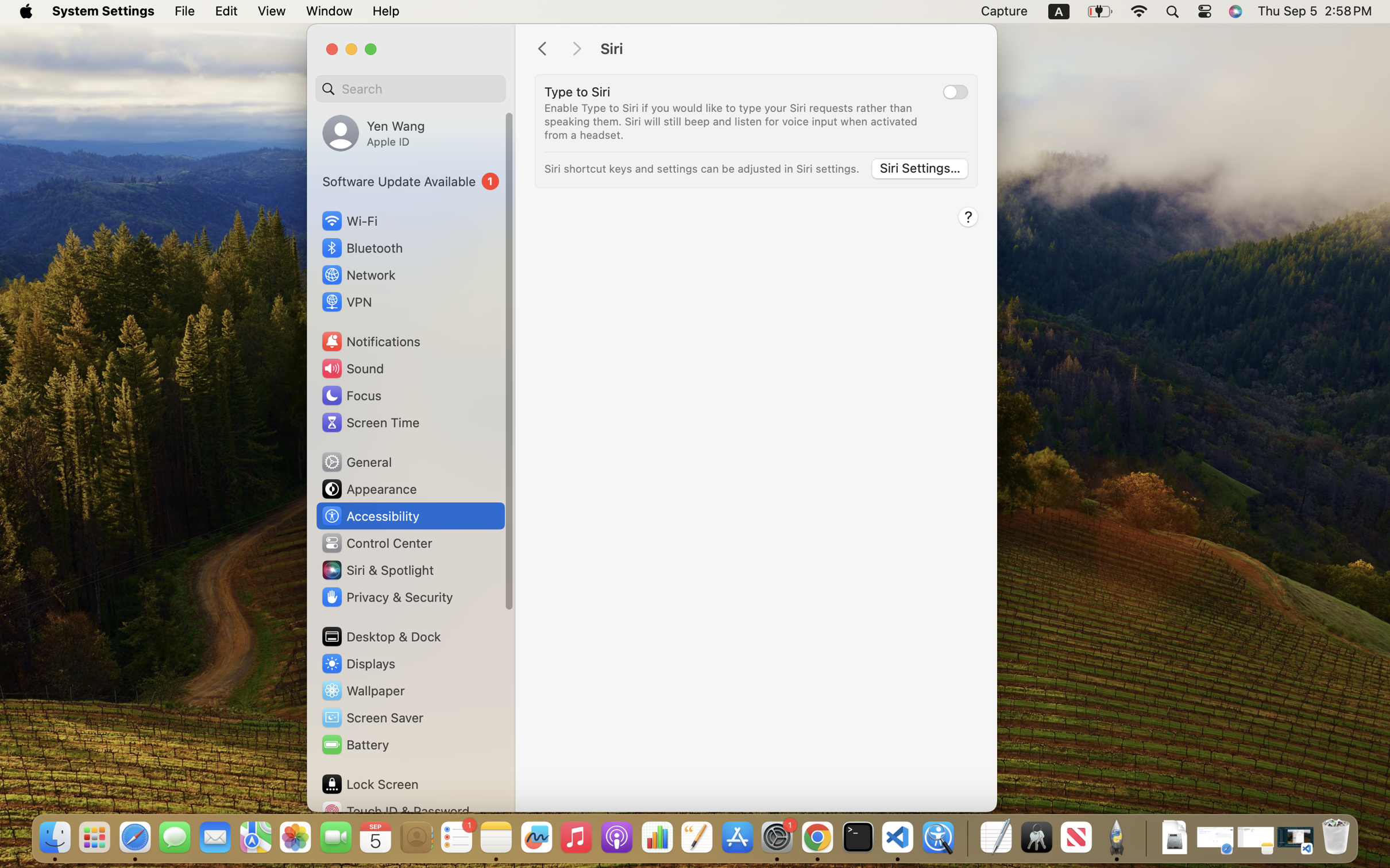  Describe the element at coordinates (370, 783) in the screenshot. I see `'Lock Screen'` at that location.